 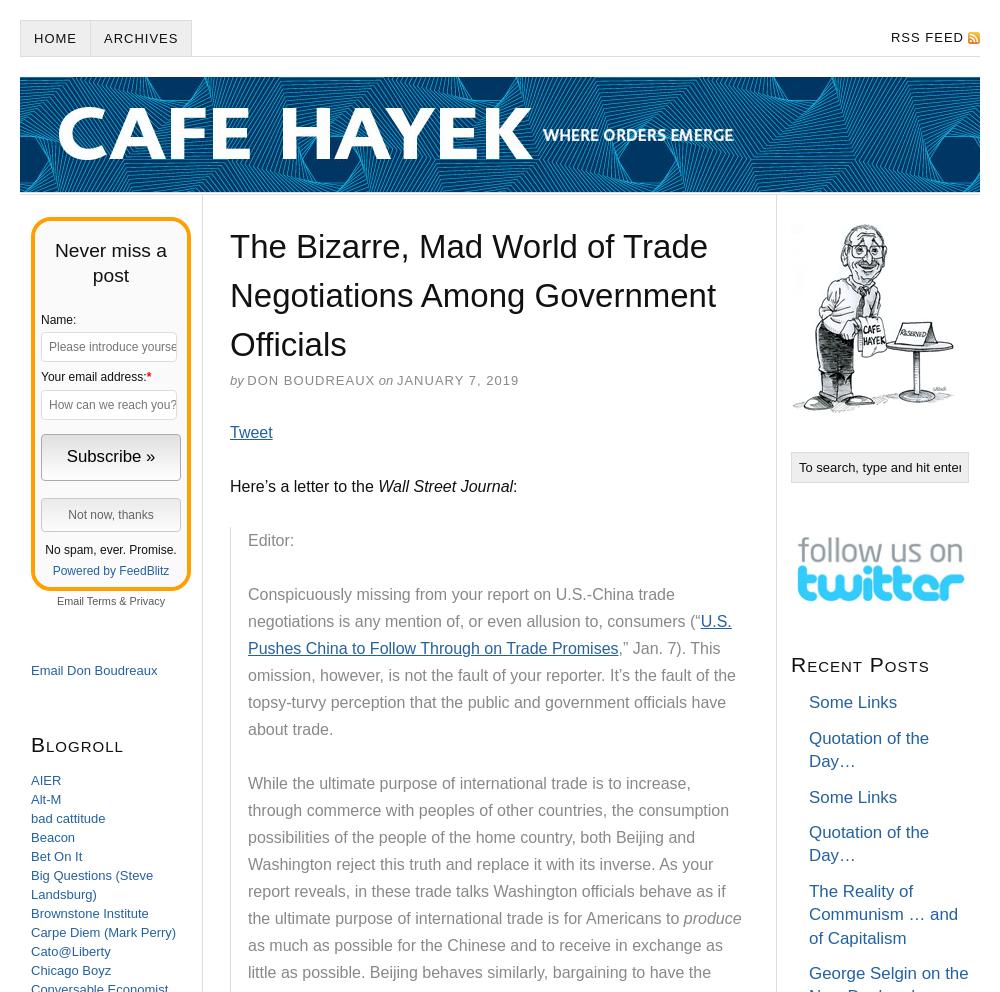 I want to click on 'Home', so click(x=55, y=37).